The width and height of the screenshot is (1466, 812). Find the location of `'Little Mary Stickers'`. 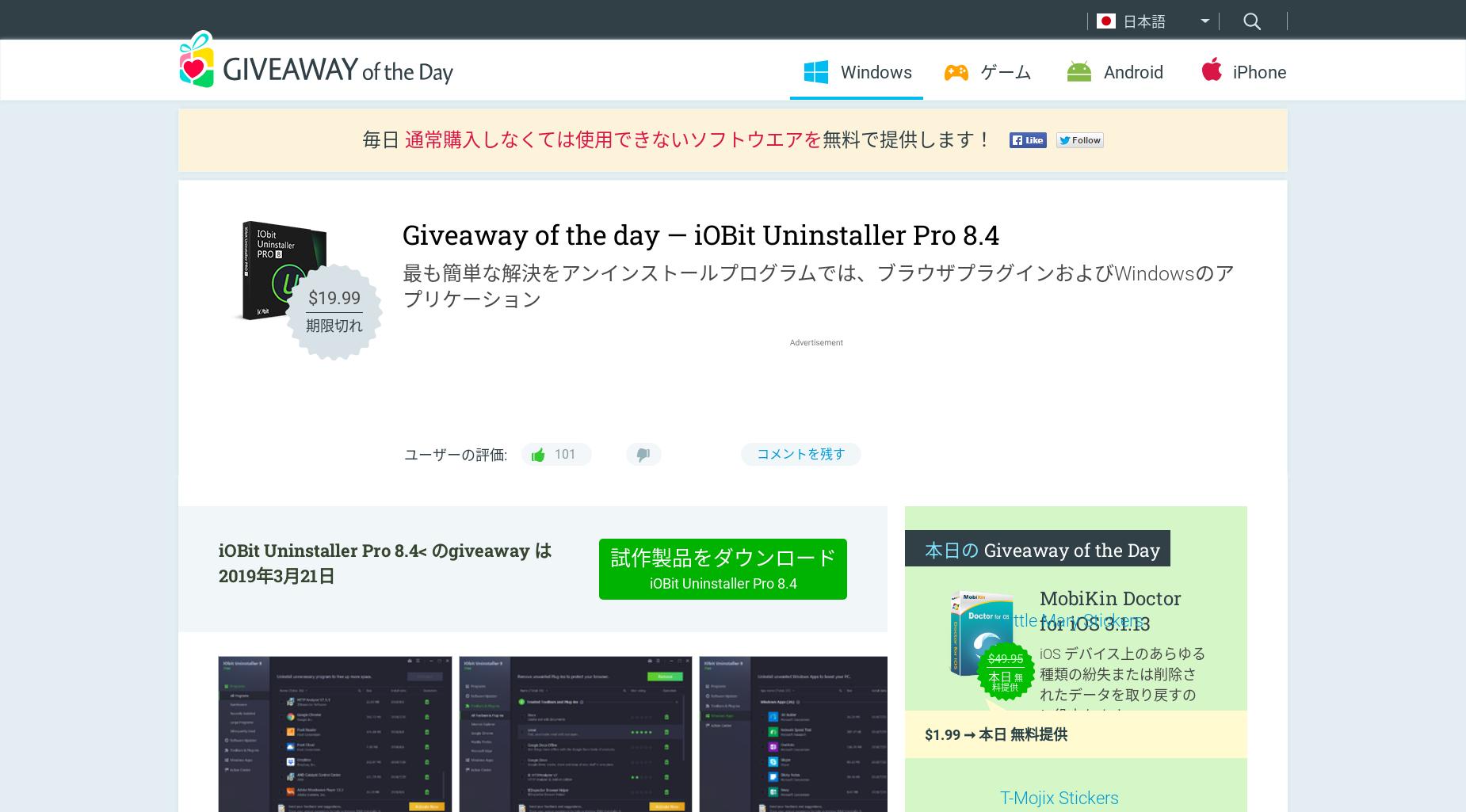

'Little Mary Stickers' is located at coordinates (1071, 620).